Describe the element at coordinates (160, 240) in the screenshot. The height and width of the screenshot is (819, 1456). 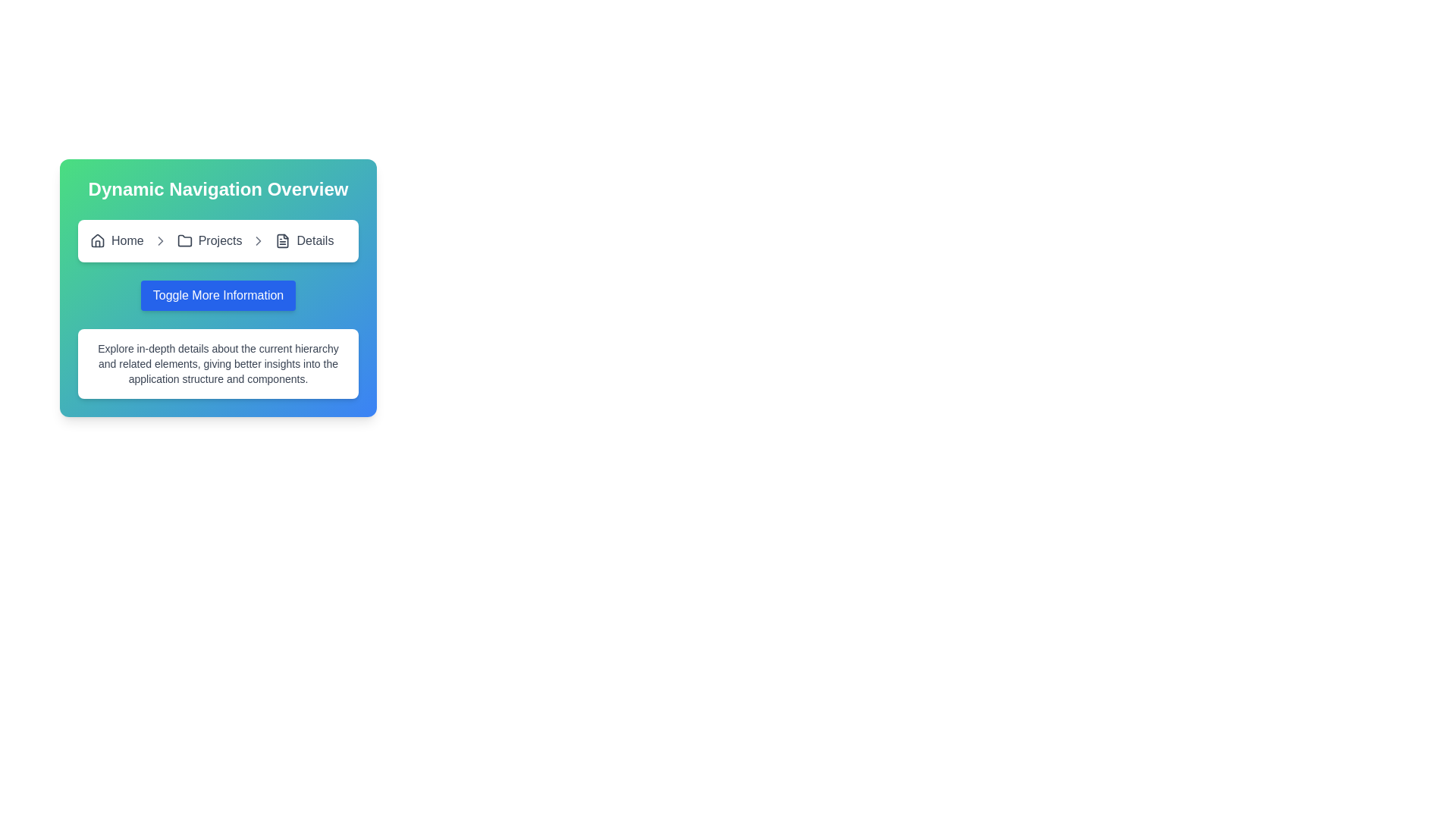
I see `the first chevron icon in the breadcrumb navigation that separates 'Home' and 'Projects'` at that location.